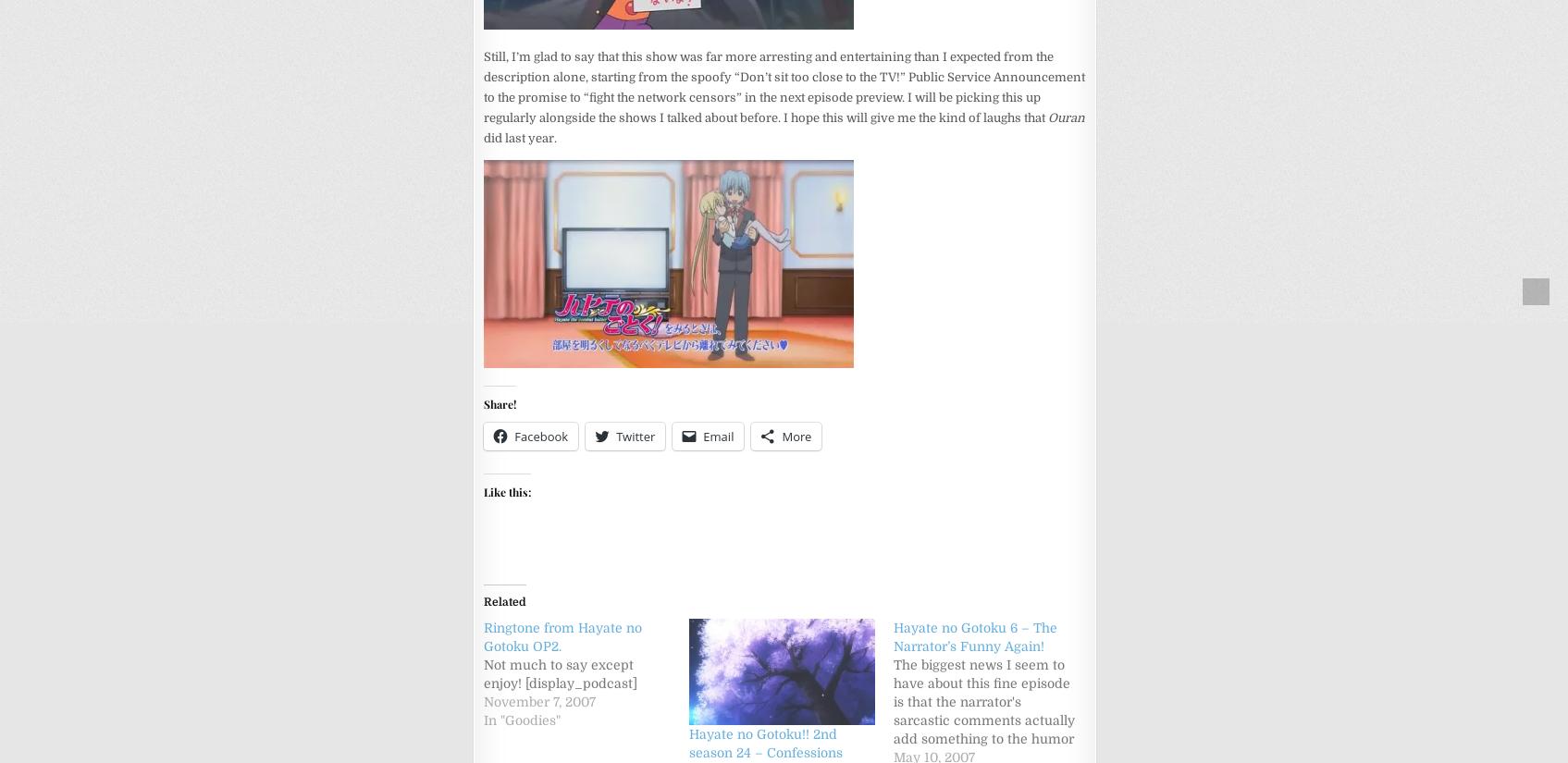 This screenshot has width=1568, height=763. Describe the element at coordinates (1065, 117) in the screenshot. I see `'Ouran'` at that location.